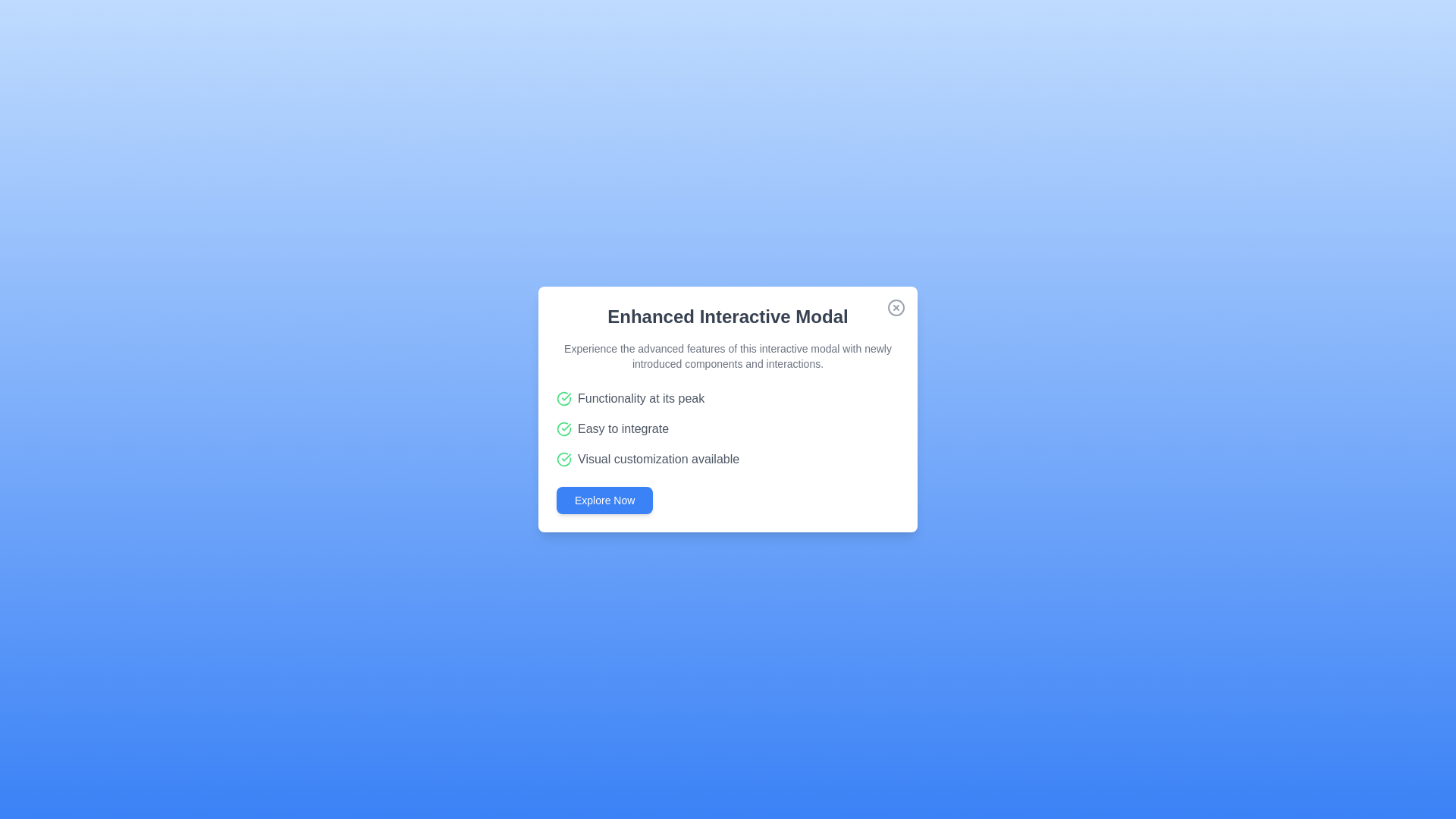  I want to click on the visual feedback of the circular icon with a green border and a small checkmark, located near the text 'Functionality at its peak' in the modal window, so click(563, 458).